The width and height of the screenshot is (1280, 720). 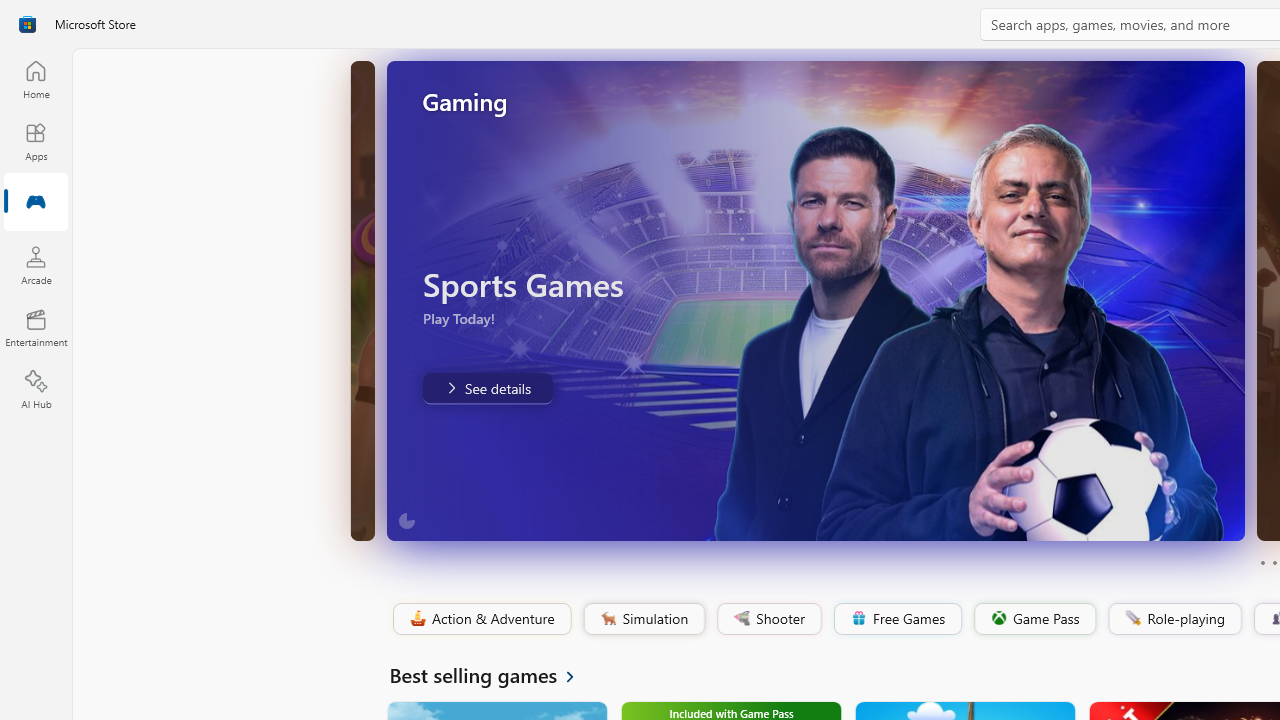 I want to click on 'Entertainment', so click(x=35, y=326).